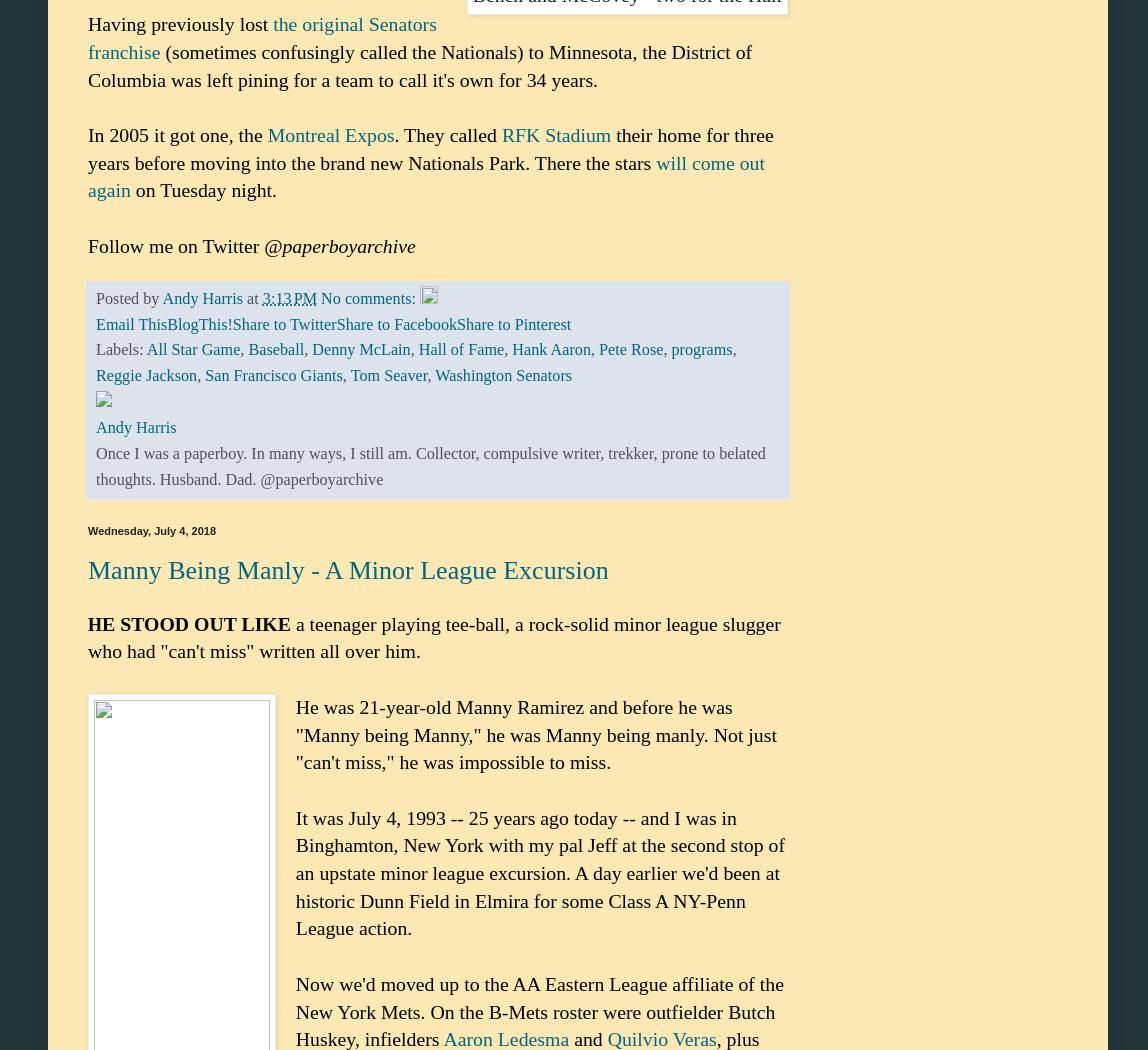 The height and width of the screenshot is (1050, 1148). What do you see at coordinates (192, 348) in the screenshot?
I see `'All Star Game'` at bounding box center [192, 348].